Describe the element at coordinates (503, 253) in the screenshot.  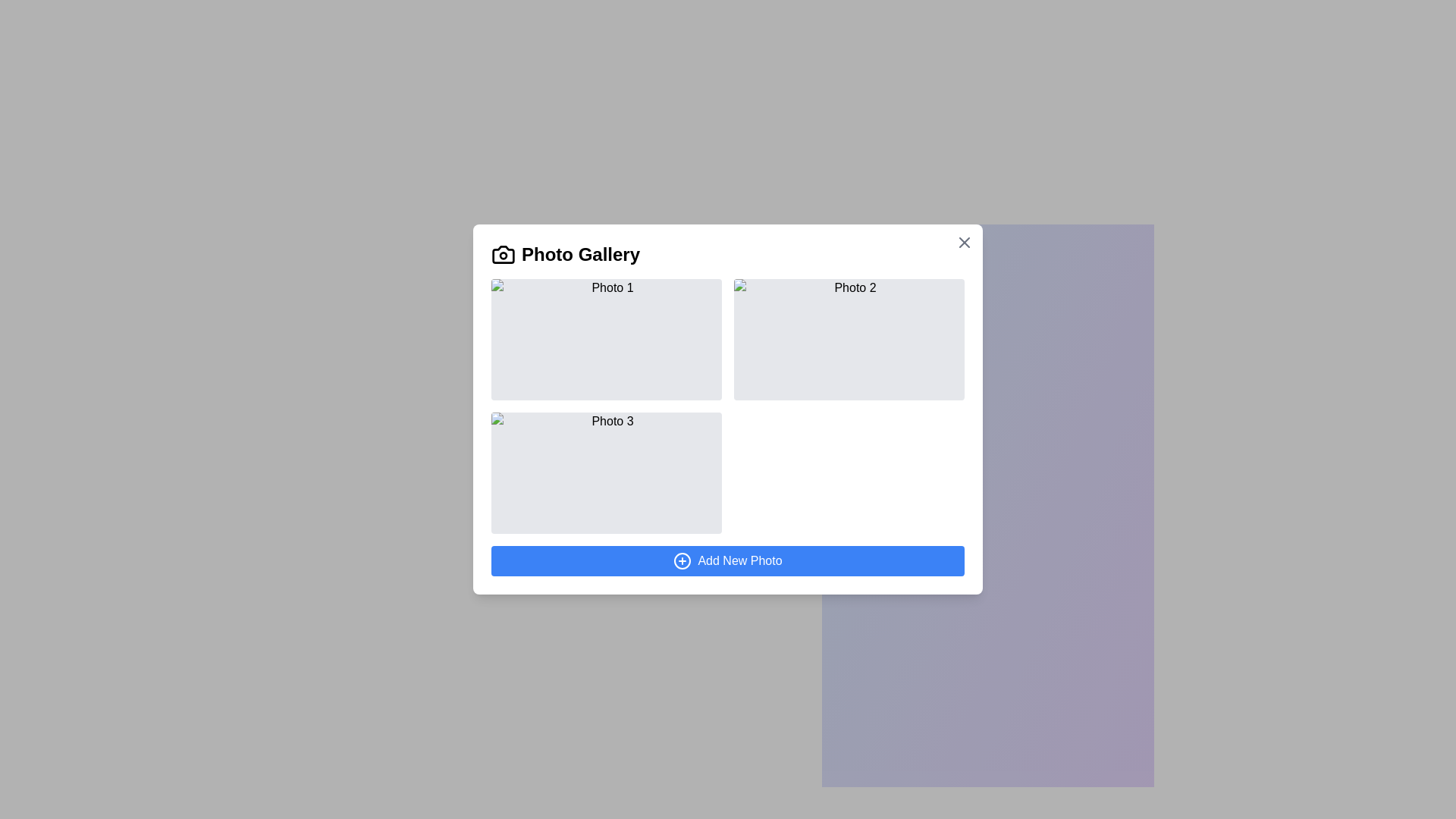
I see `the camera icon located in the upper-left corner of the 'Photo Gallery' modal window, which symbolizes photography` at that location.